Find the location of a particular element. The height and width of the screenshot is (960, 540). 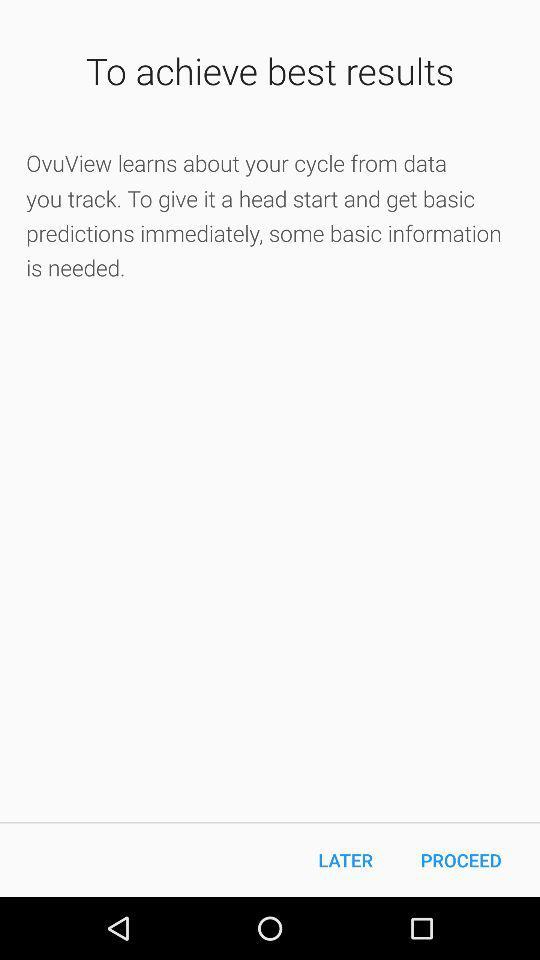

the icon next to proceed item is located at coordinates (344, 859).